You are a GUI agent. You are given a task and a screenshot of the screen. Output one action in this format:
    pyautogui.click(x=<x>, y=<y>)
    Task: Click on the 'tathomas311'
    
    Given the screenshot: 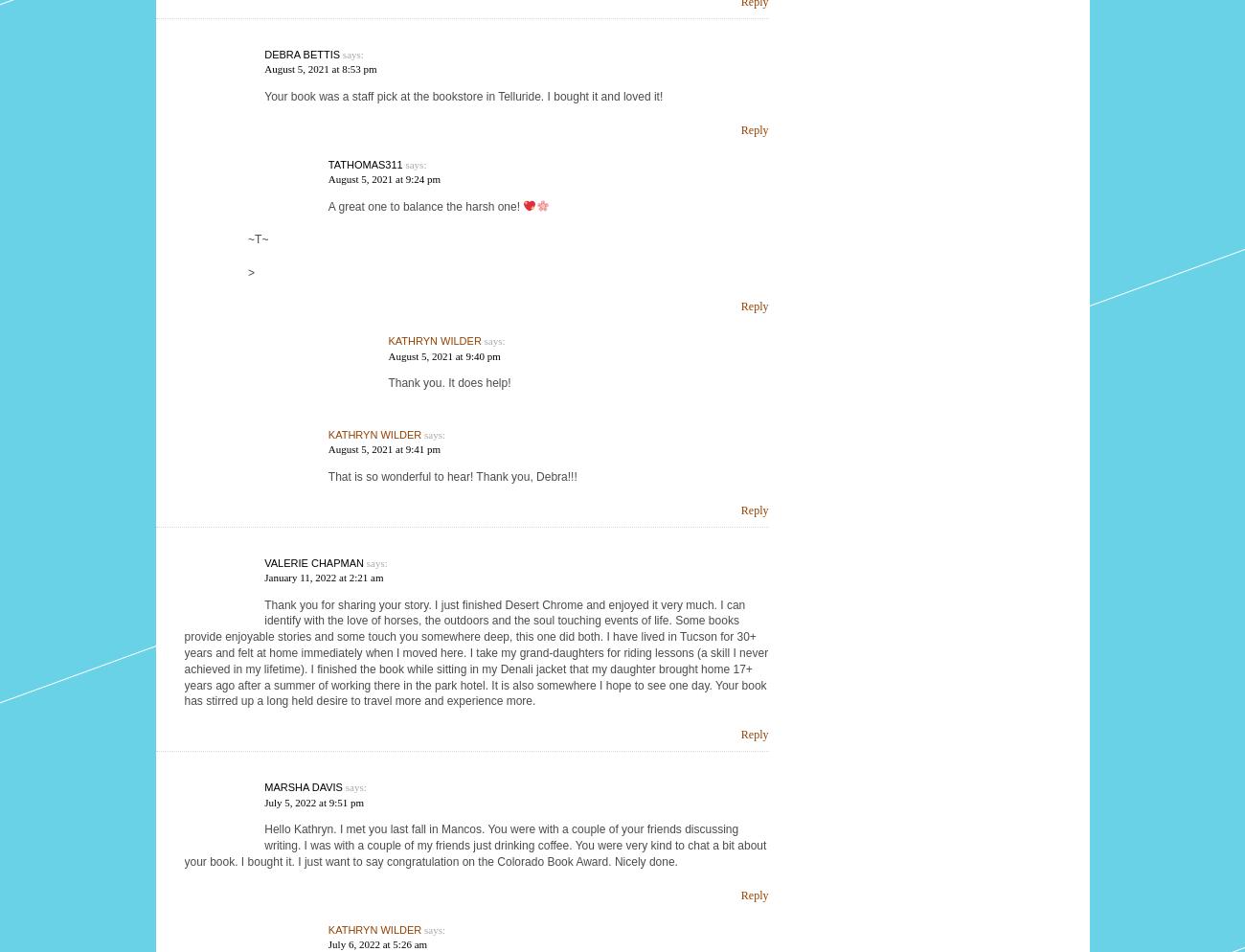 What is the action you would take?
    pyautogui.click(x=365, y=163)
    